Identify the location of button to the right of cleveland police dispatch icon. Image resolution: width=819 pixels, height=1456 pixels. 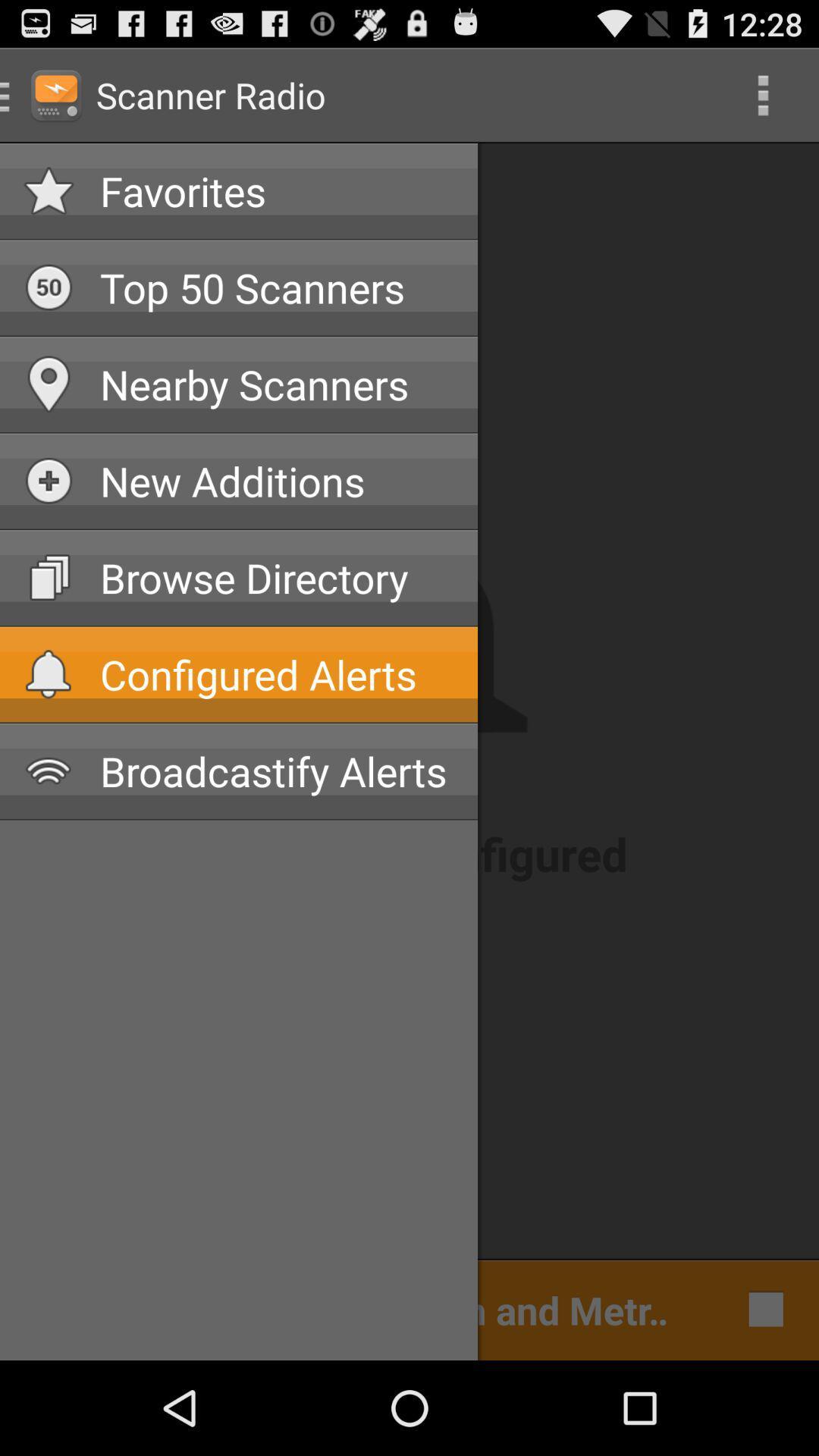
(762, 1308).